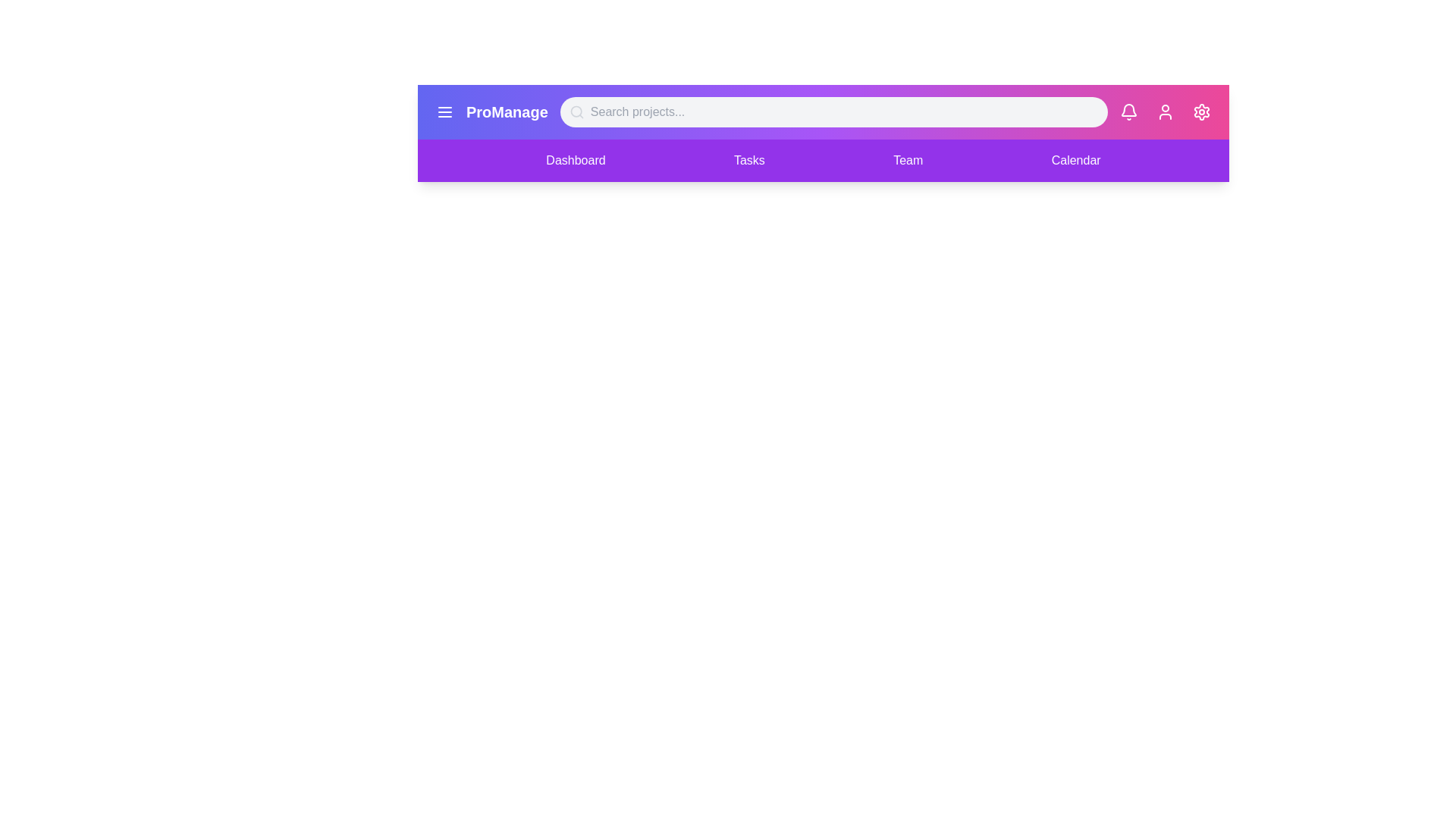  I want to click on the settings icon to access the settings, so click(1200, 111).